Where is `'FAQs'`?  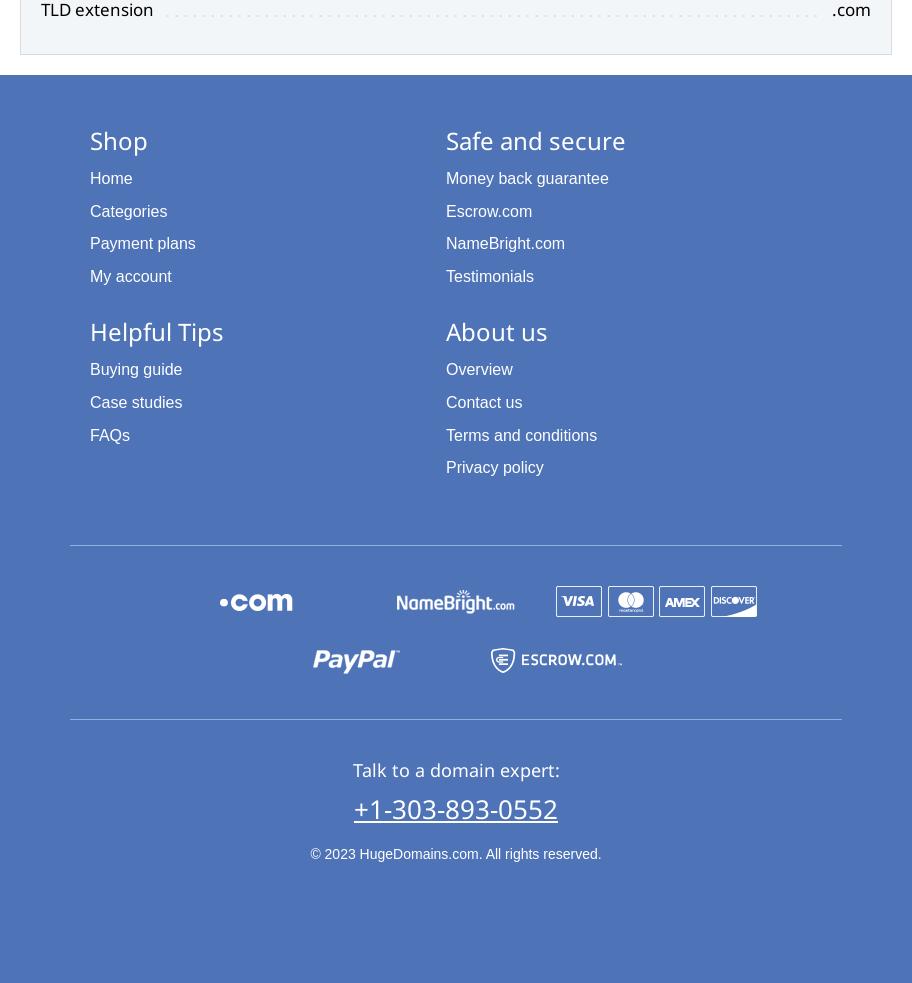 'FAQs' is located at coordinates (109, 433).